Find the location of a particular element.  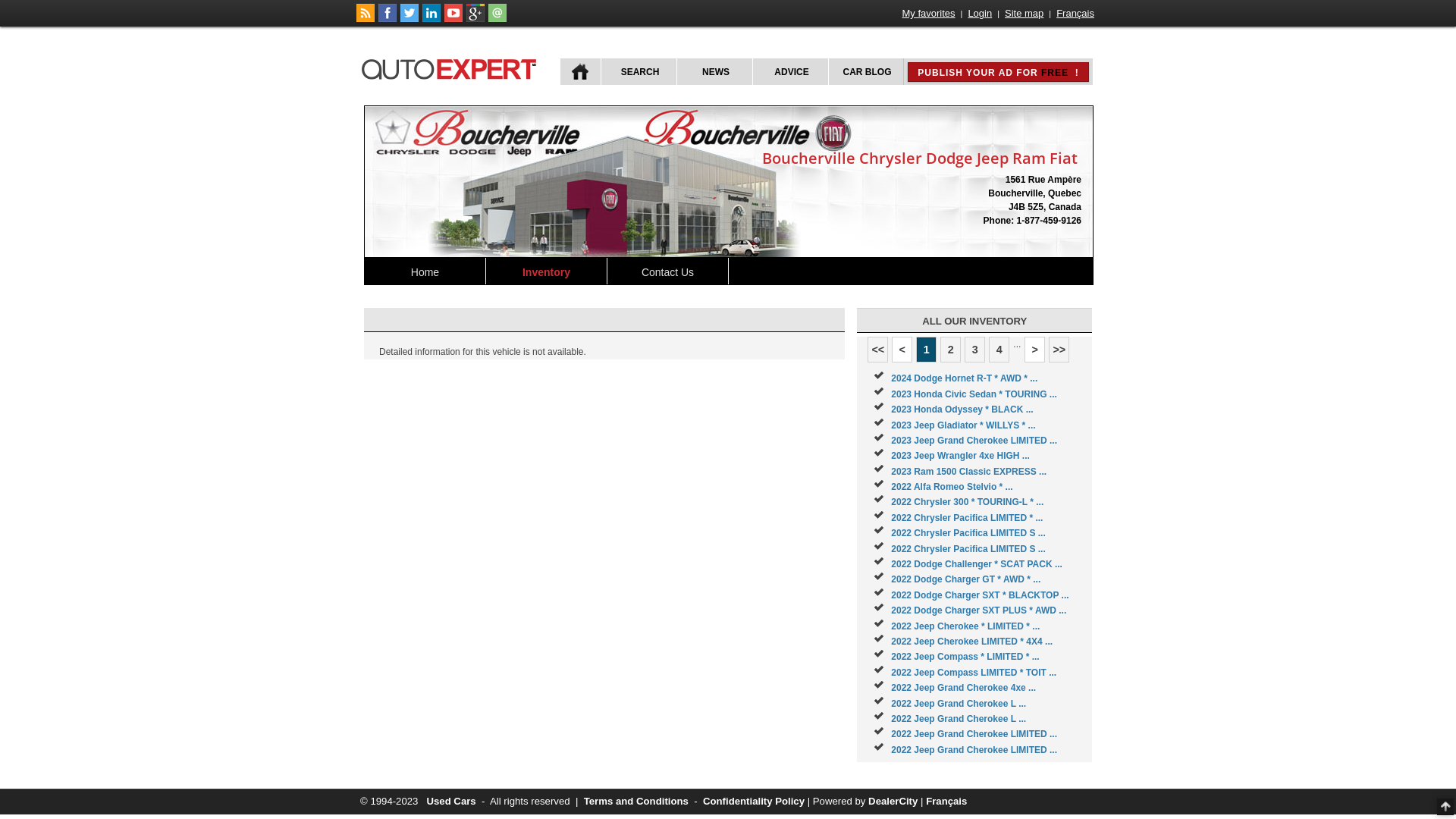

'HOME' is located at coordinates (579, 71).